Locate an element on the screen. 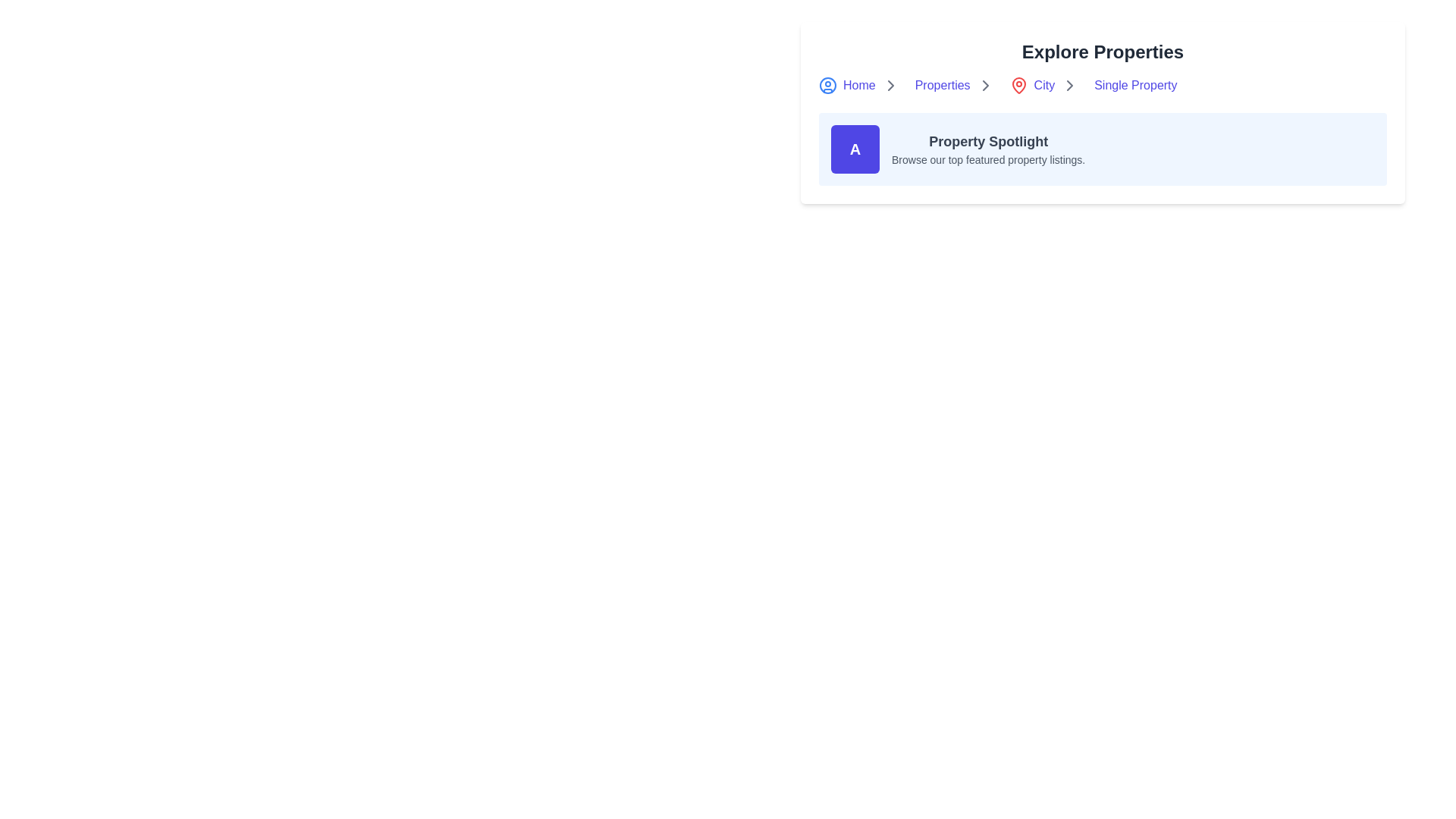 The height and width of the screenshot is (819, 1456). the visual divider icon in the breadcrumb navigation bar, located between 'Properties' and 'City' is located at coordinates (985, 85).